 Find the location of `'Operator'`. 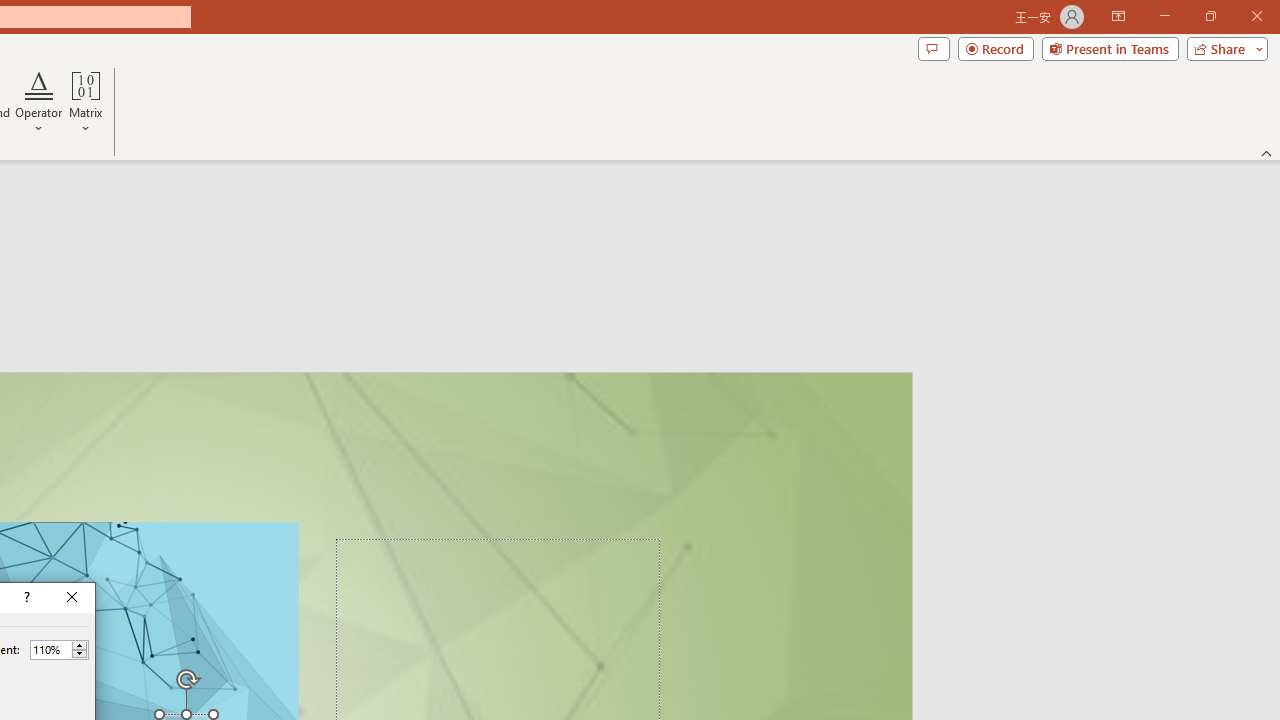

'Operator' is located at coordinates (39, 103).